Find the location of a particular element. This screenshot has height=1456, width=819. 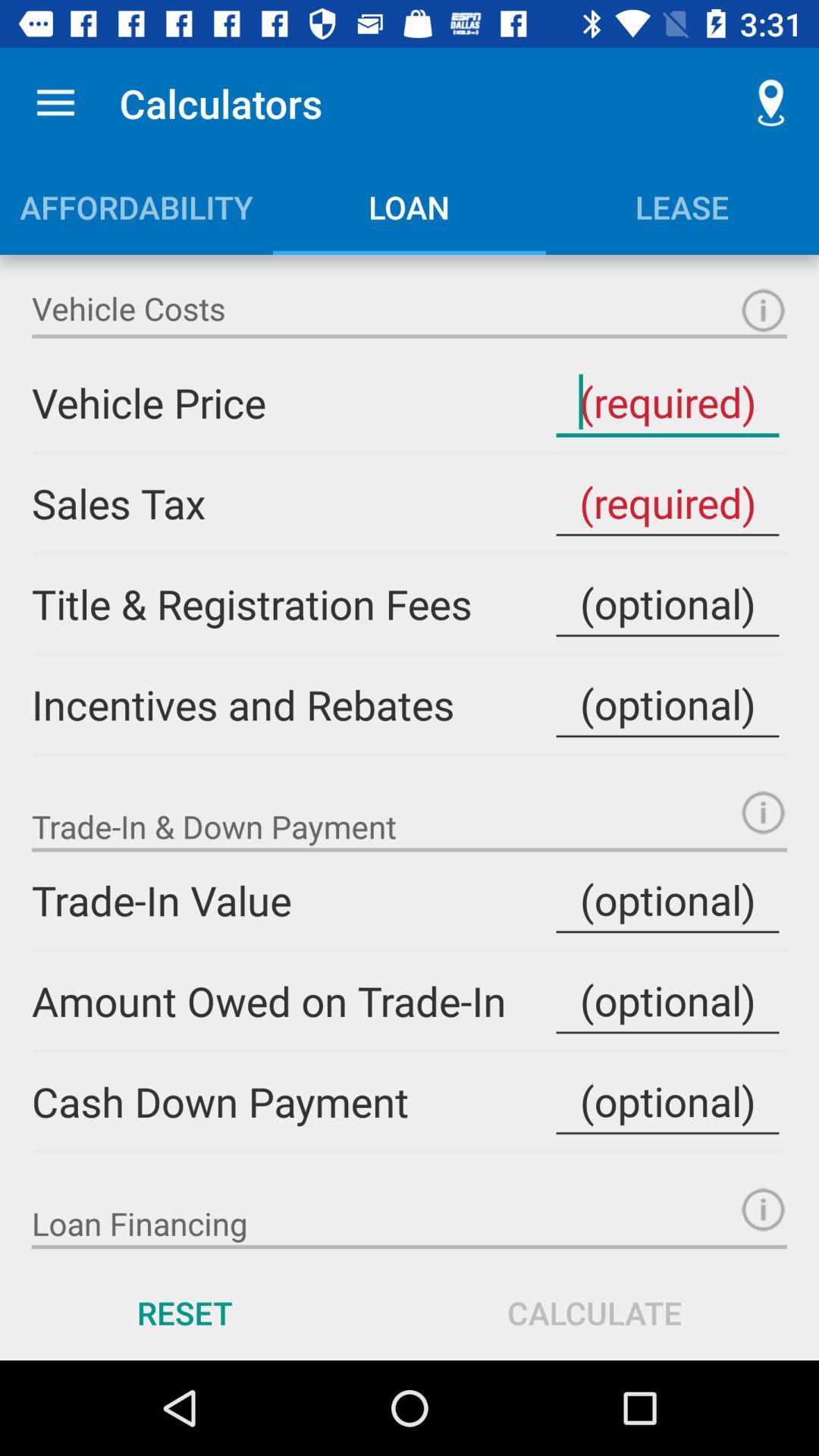

loan financing information is located at coordinates (763, 1209).